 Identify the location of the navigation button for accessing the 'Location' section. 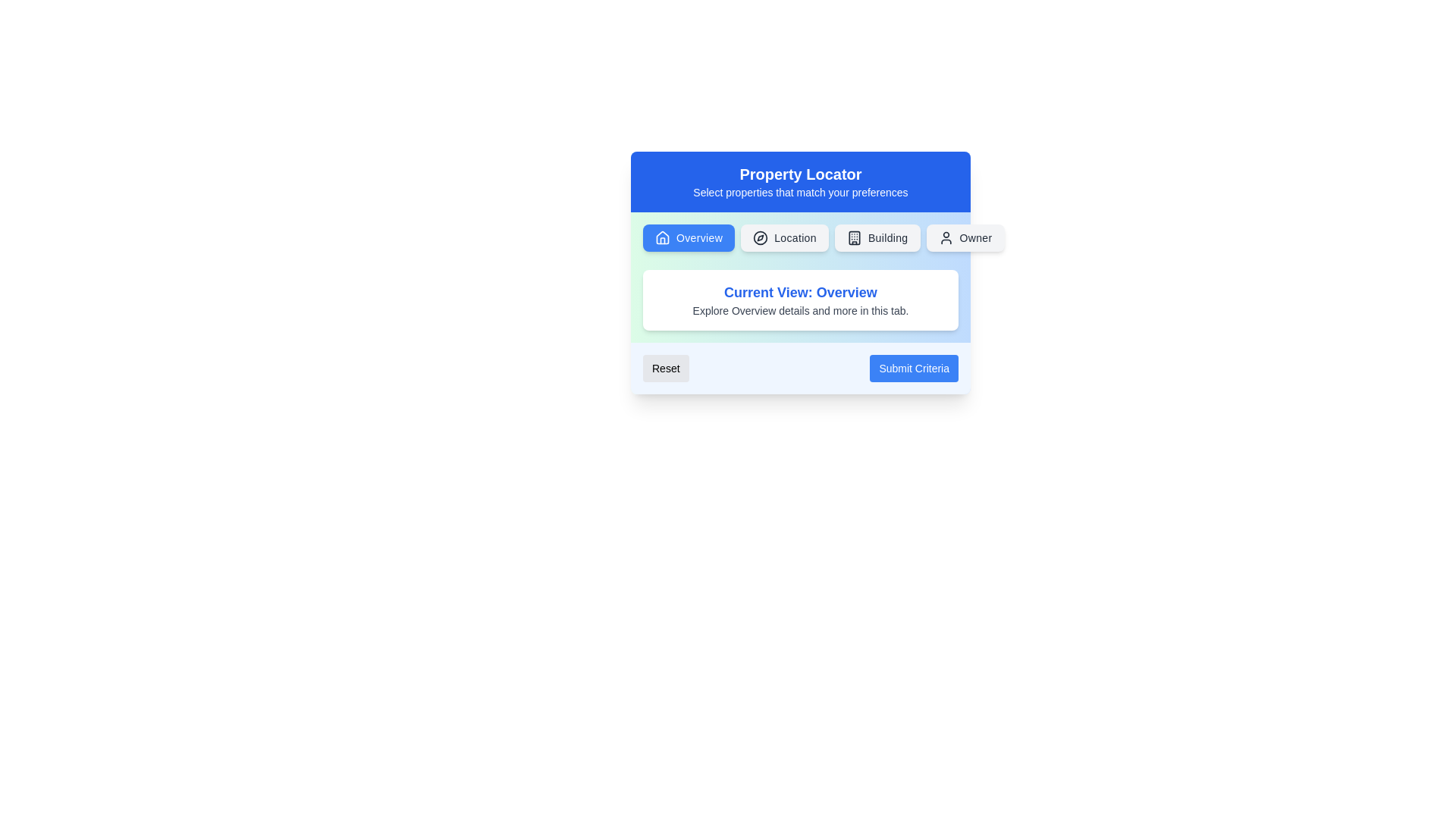
(785, 237).